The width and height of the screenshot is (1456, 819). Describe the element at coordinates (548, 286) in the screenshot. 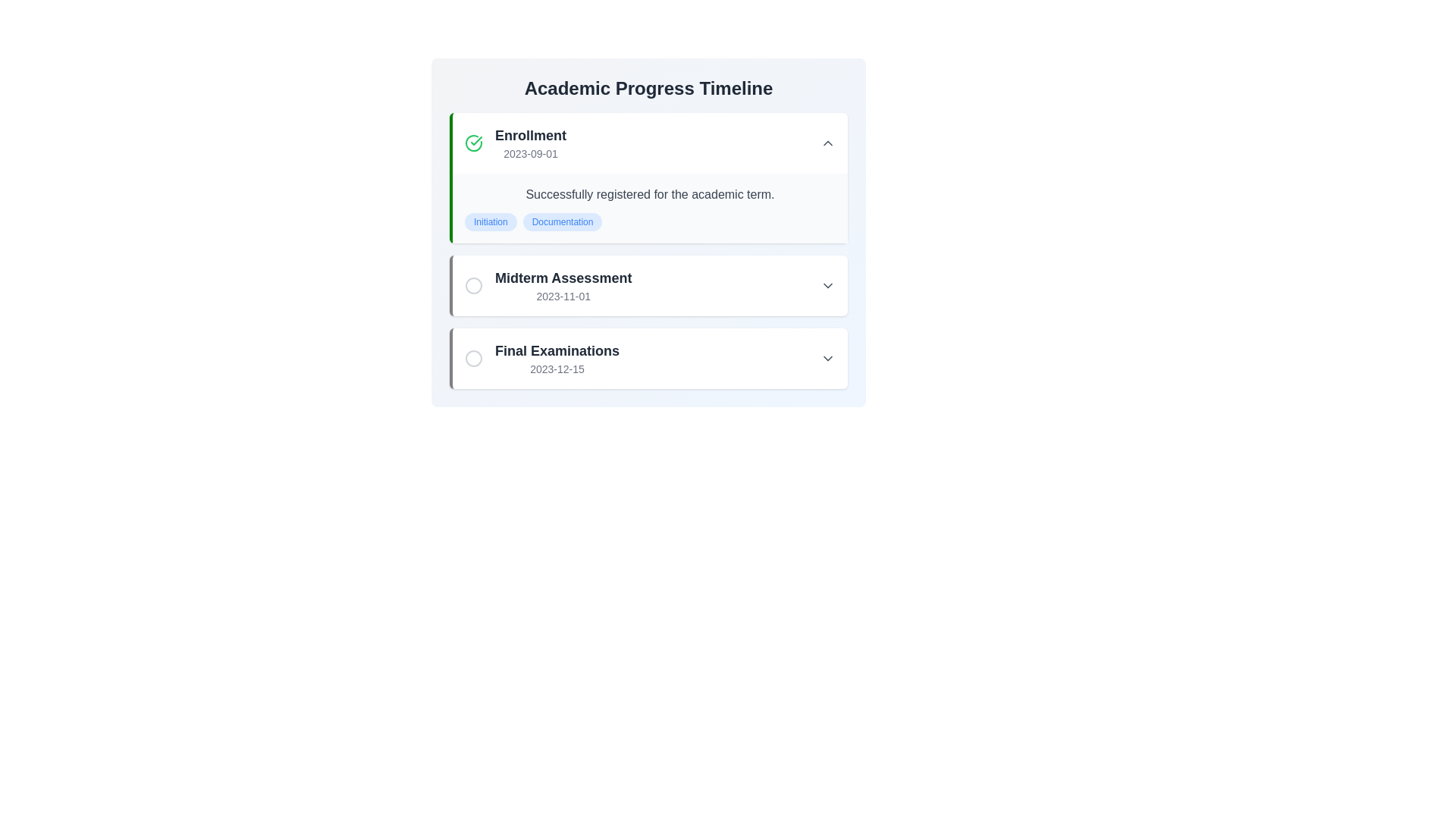

I see `the clickable list item representing the 'Midterm Assessment' step in the academic progress timeline` at that location.